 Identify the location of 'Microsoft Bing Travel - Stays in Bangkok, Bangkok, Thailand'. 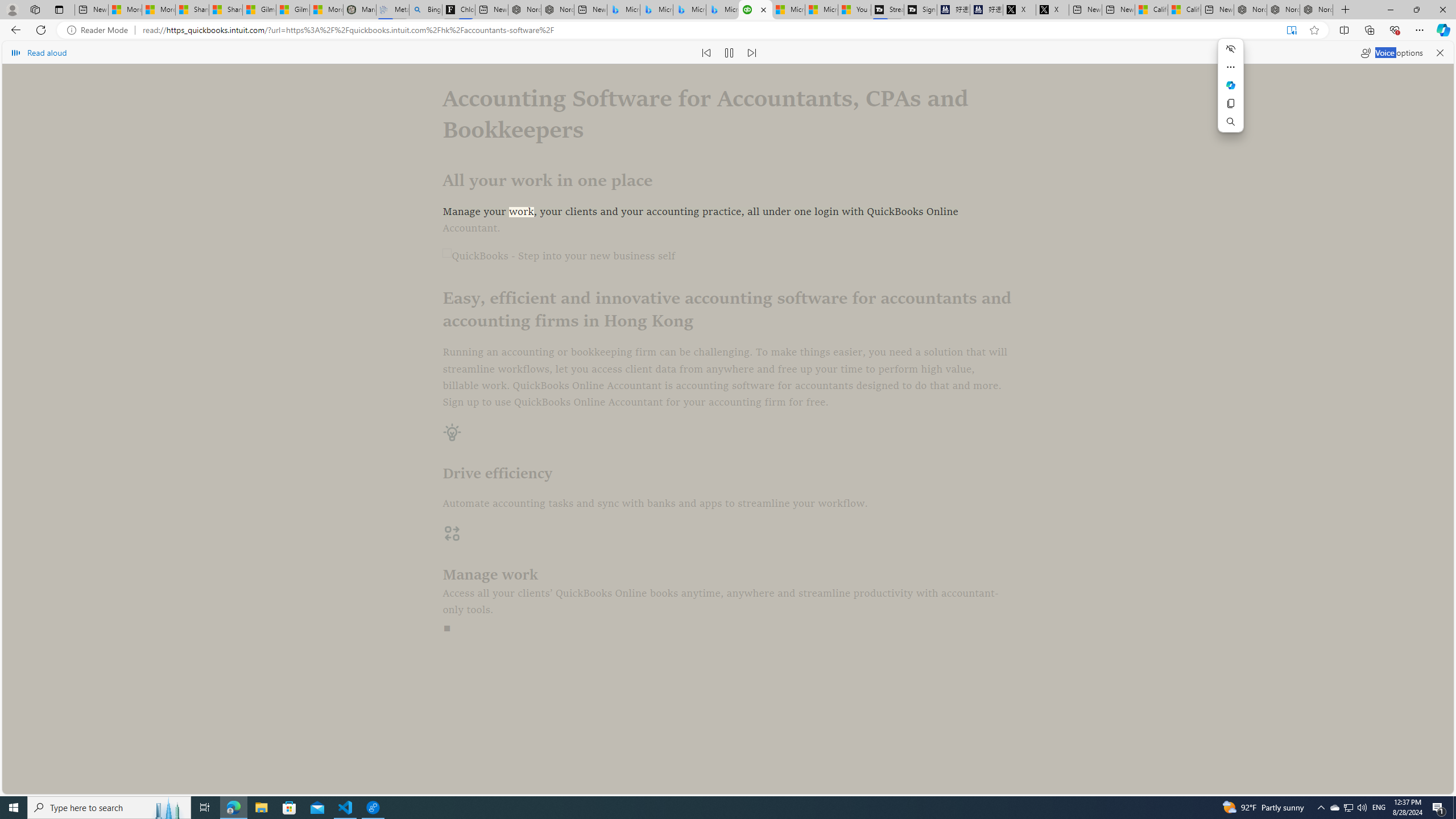
(656, 9).